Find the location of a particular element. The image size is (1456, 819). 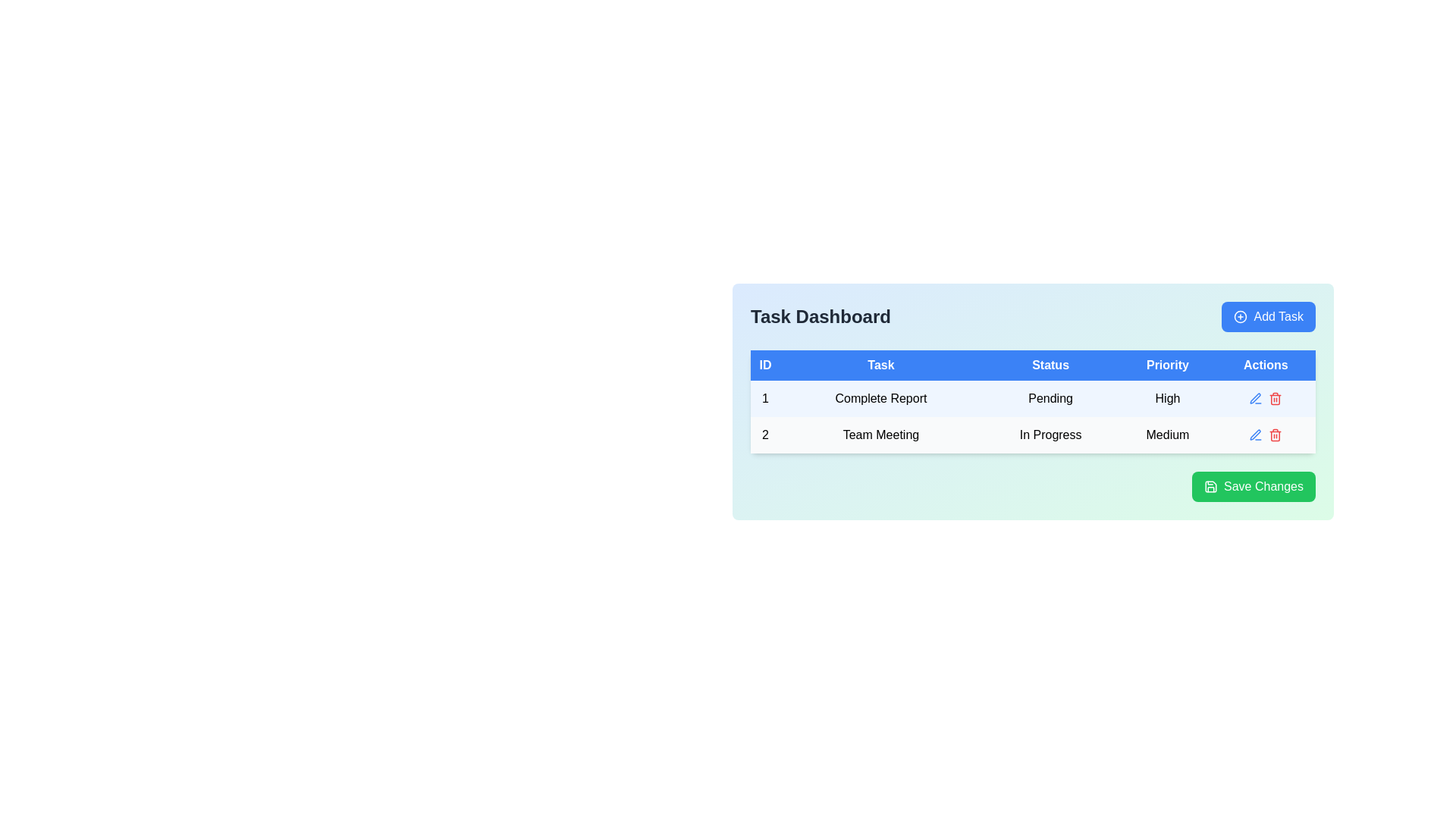

the blue pencil icon in the Actions column of the first row of the Task Dashboard is located at coordinates (1266, 397).